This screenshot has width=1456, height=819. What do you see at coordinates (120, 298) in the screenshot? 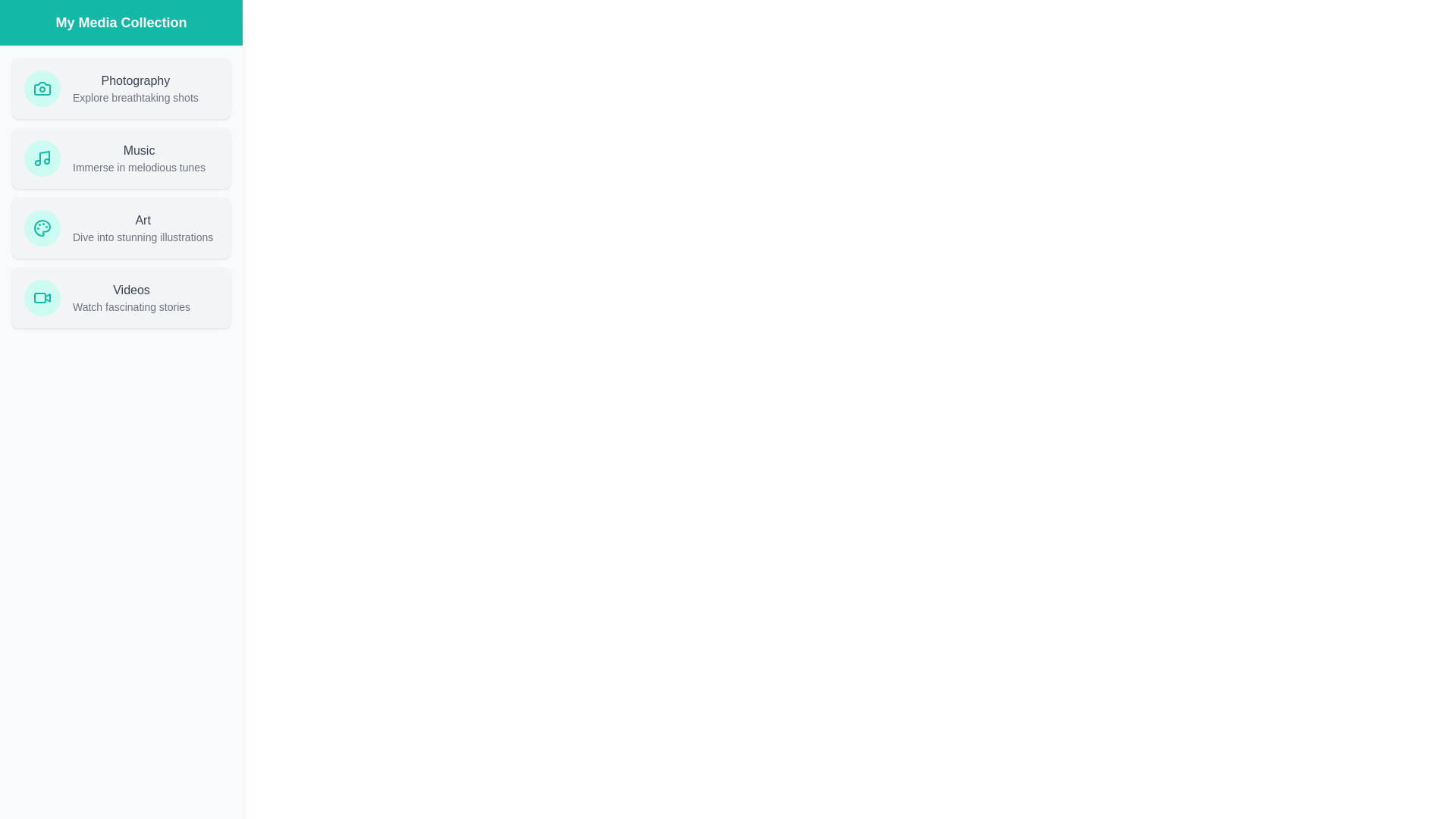
I see `the media item card Videos` at bounding box center [120, 298].